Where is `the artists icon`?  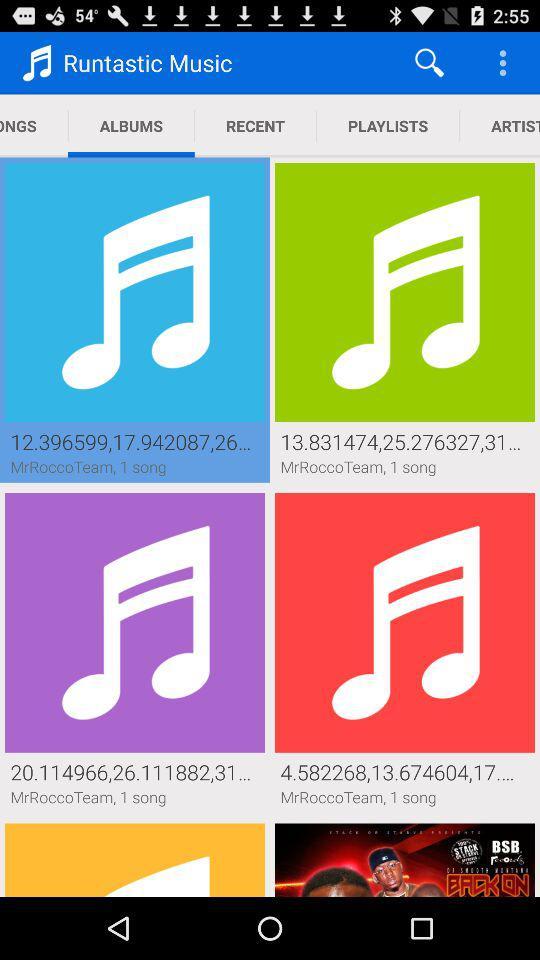 the artists icon is located at coordinates (498, 125).